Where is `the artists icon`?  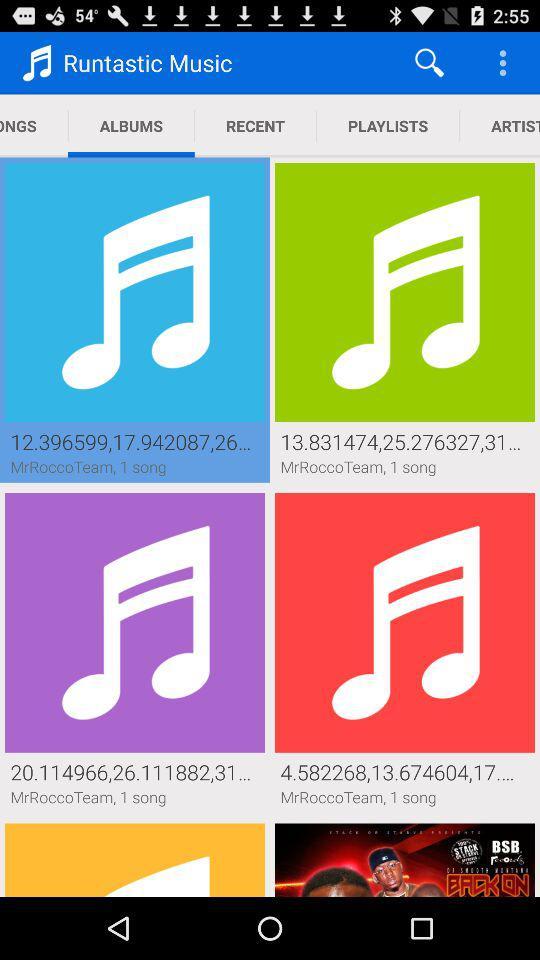 the artists icon is located at coordinates (498, 125).